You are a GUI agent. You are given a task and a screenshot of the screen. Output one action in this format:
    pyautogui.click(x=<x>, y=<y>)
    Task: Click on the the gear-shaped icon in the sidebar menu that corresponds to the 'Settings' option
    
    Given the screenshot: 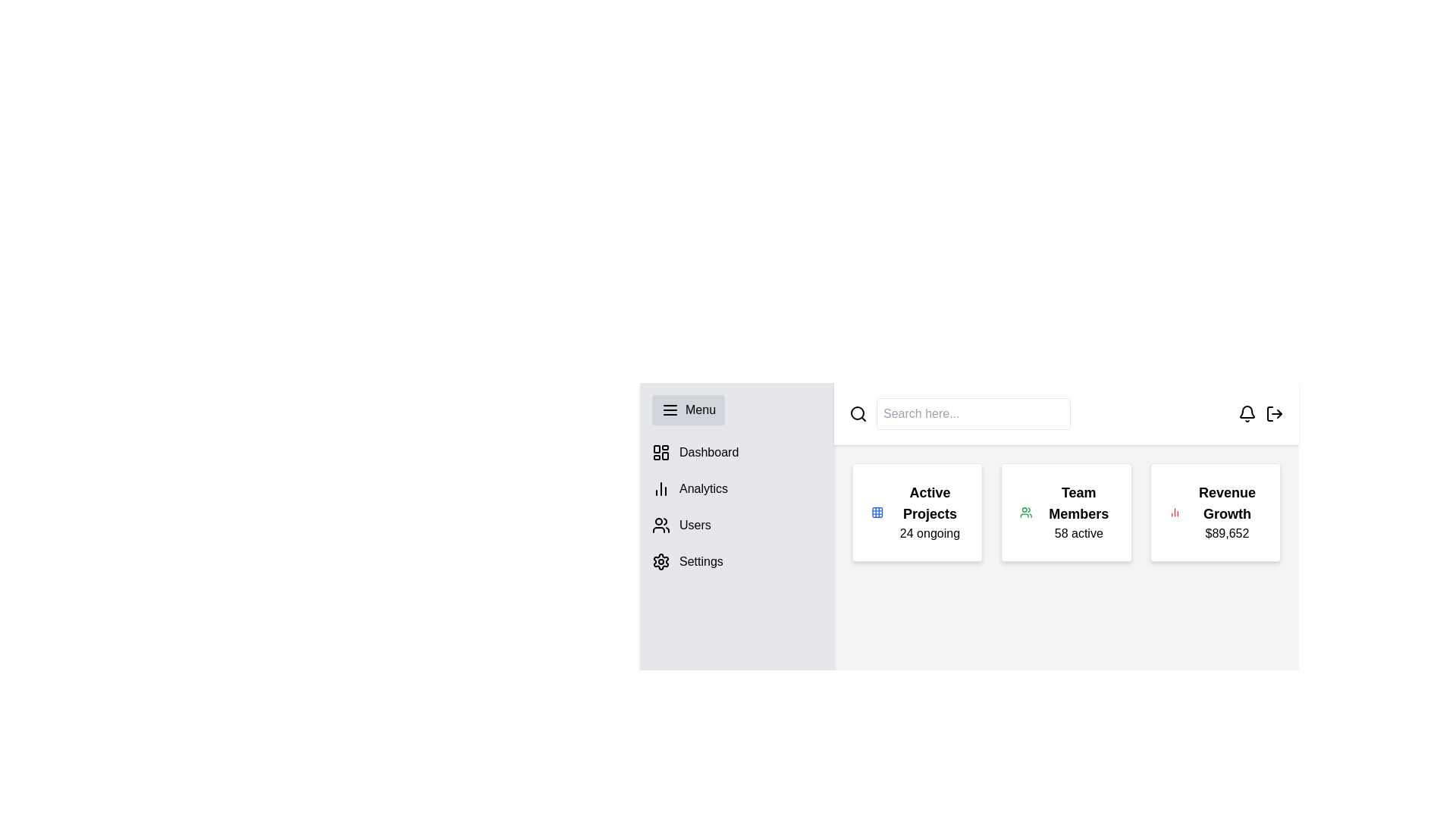 What is the action you would take?
    pyautogui.click(x=661, y=561)
    